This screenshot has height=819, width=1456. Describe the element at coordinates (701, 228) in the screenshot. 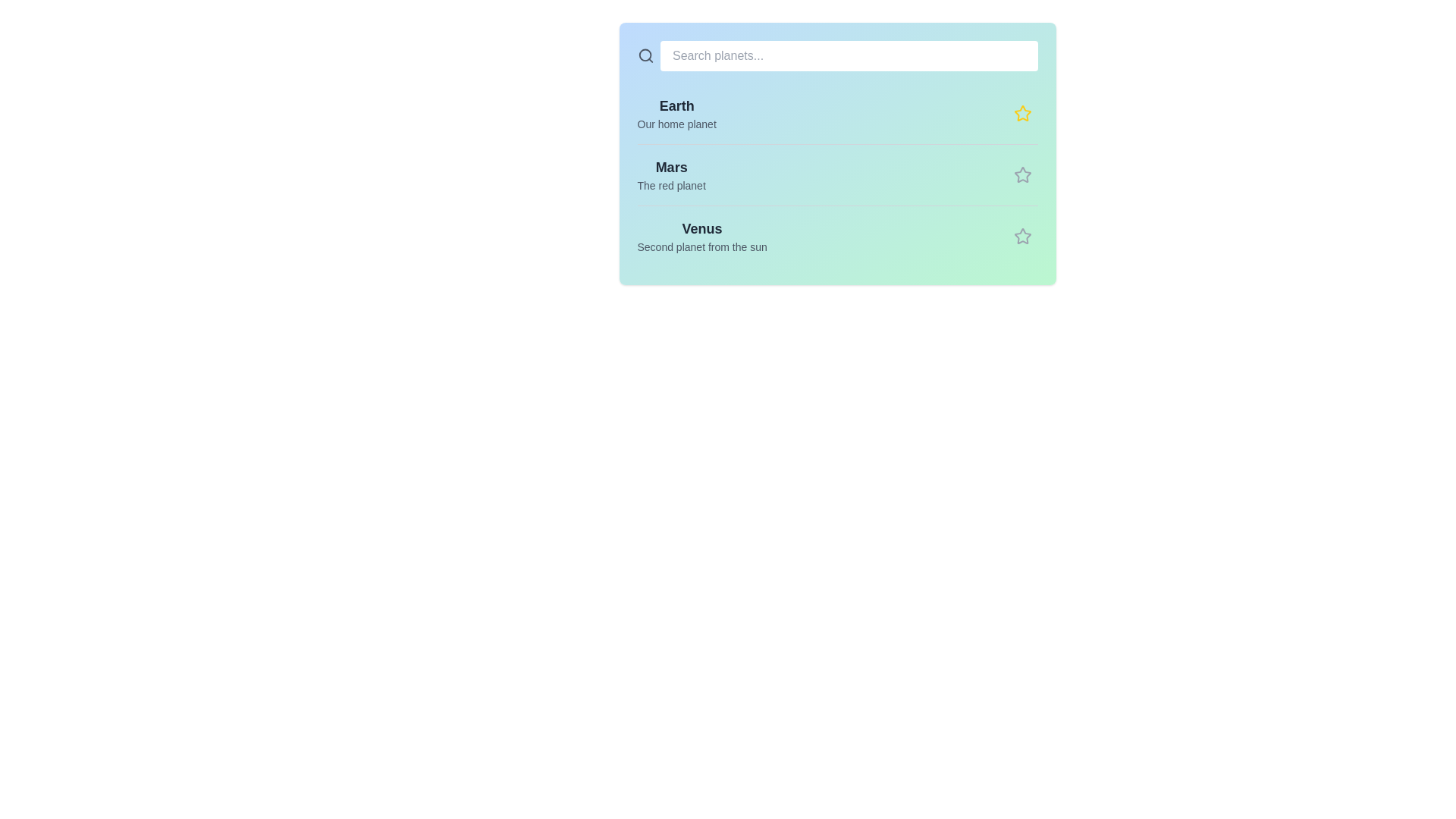

I see `the title of the list item corresponding to Venus` at that location.